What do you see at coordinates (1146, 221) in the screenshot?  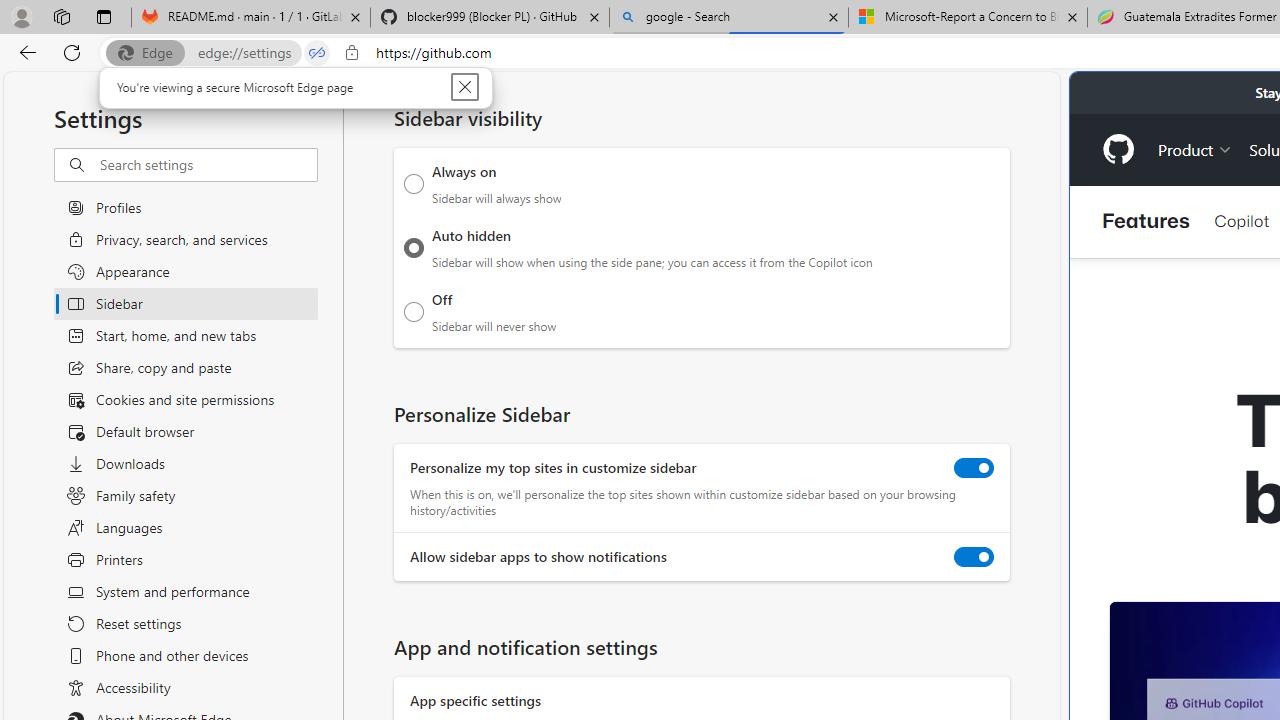 I see `'Features'` at bounding box center [1146, 221].